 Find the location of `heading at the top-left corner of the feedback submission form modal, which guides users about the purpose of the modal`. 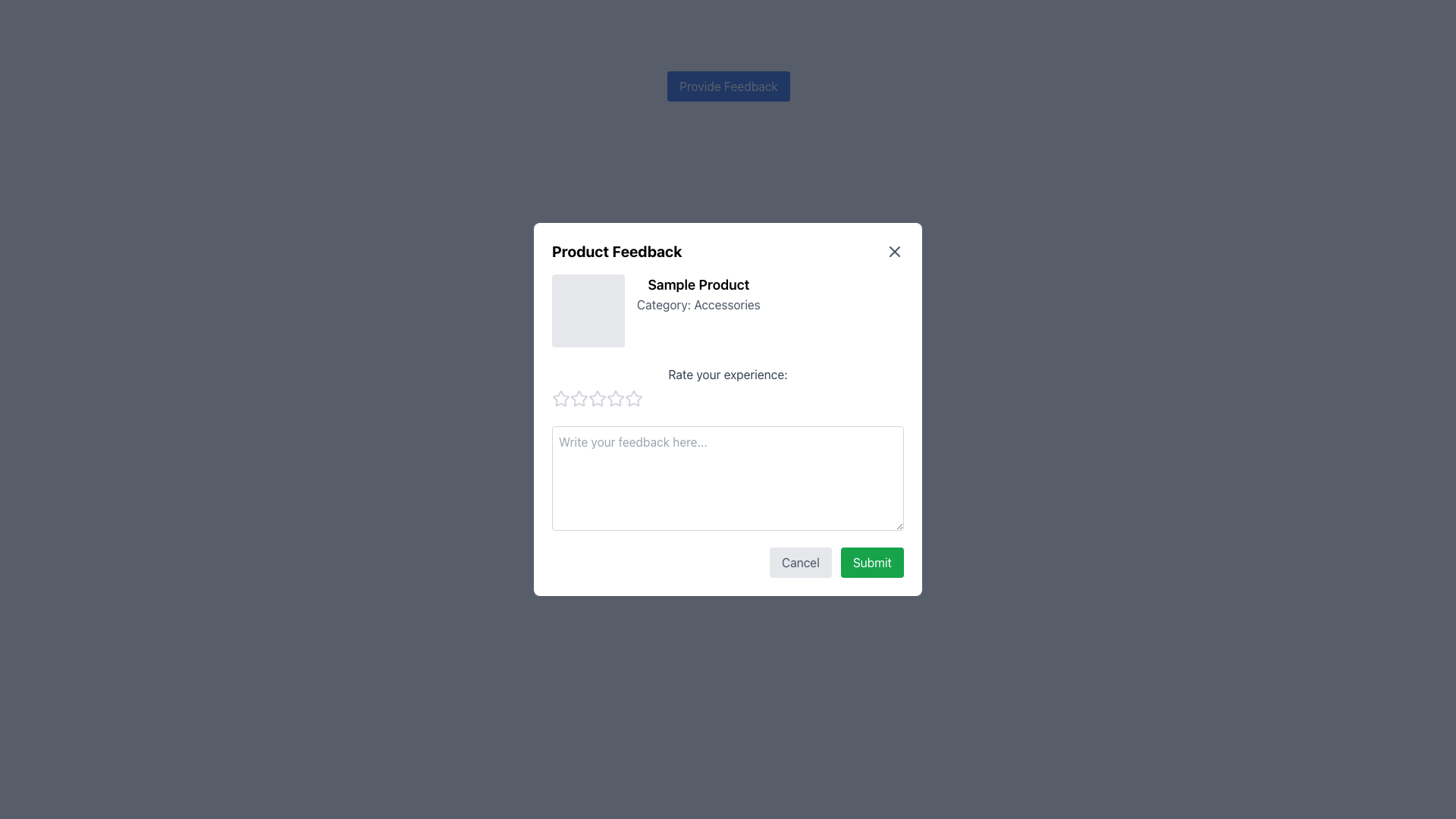

heading at the top-left corner of the feedback submission form modal, which guides users about the purpose of the modal is located at coordinates (617, 250).